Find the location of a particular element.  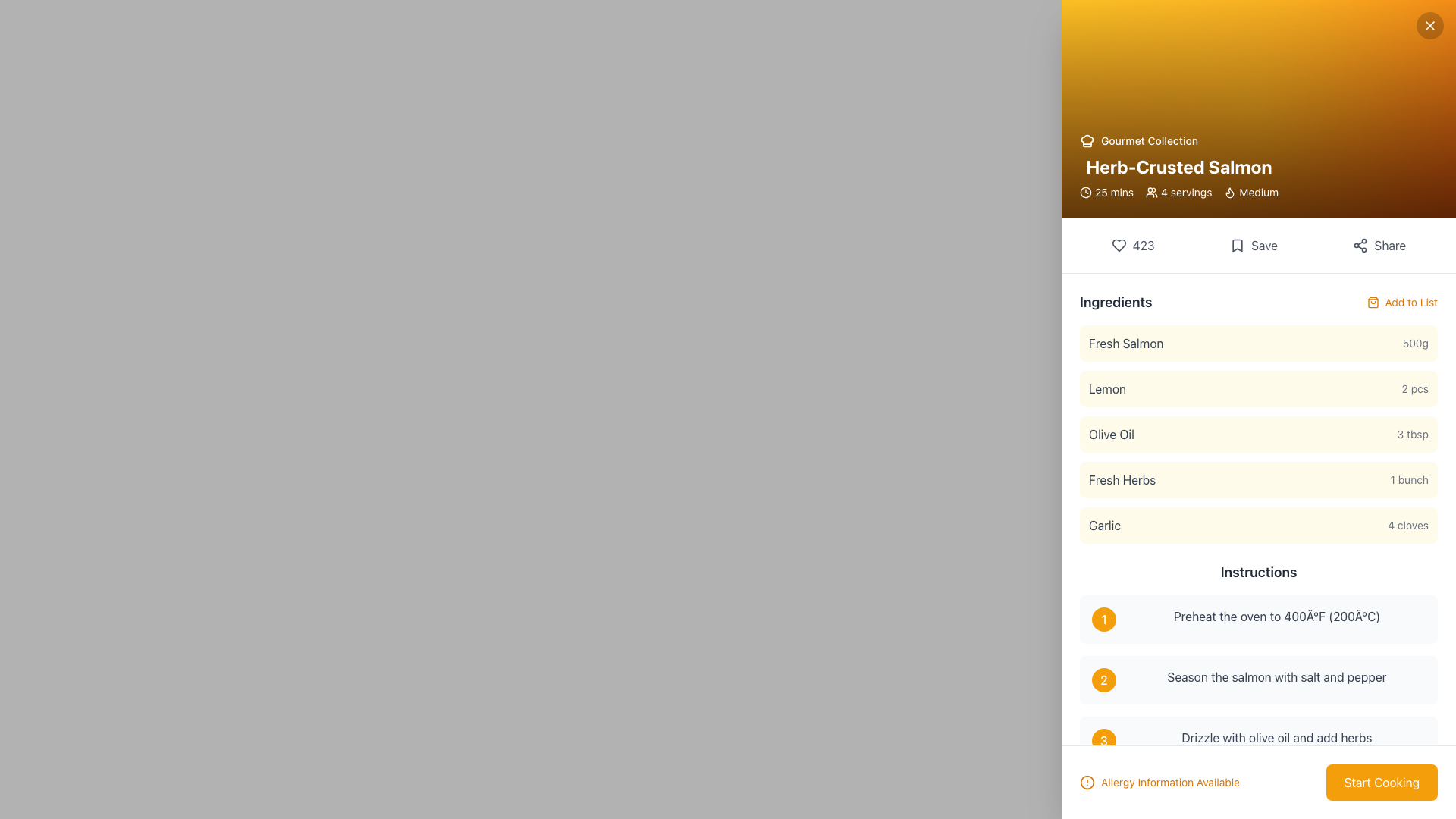

the minimalistic group of people icon located to the left of the text '4 servings' in the header section of the interface is located at coordinates (1152, 192).